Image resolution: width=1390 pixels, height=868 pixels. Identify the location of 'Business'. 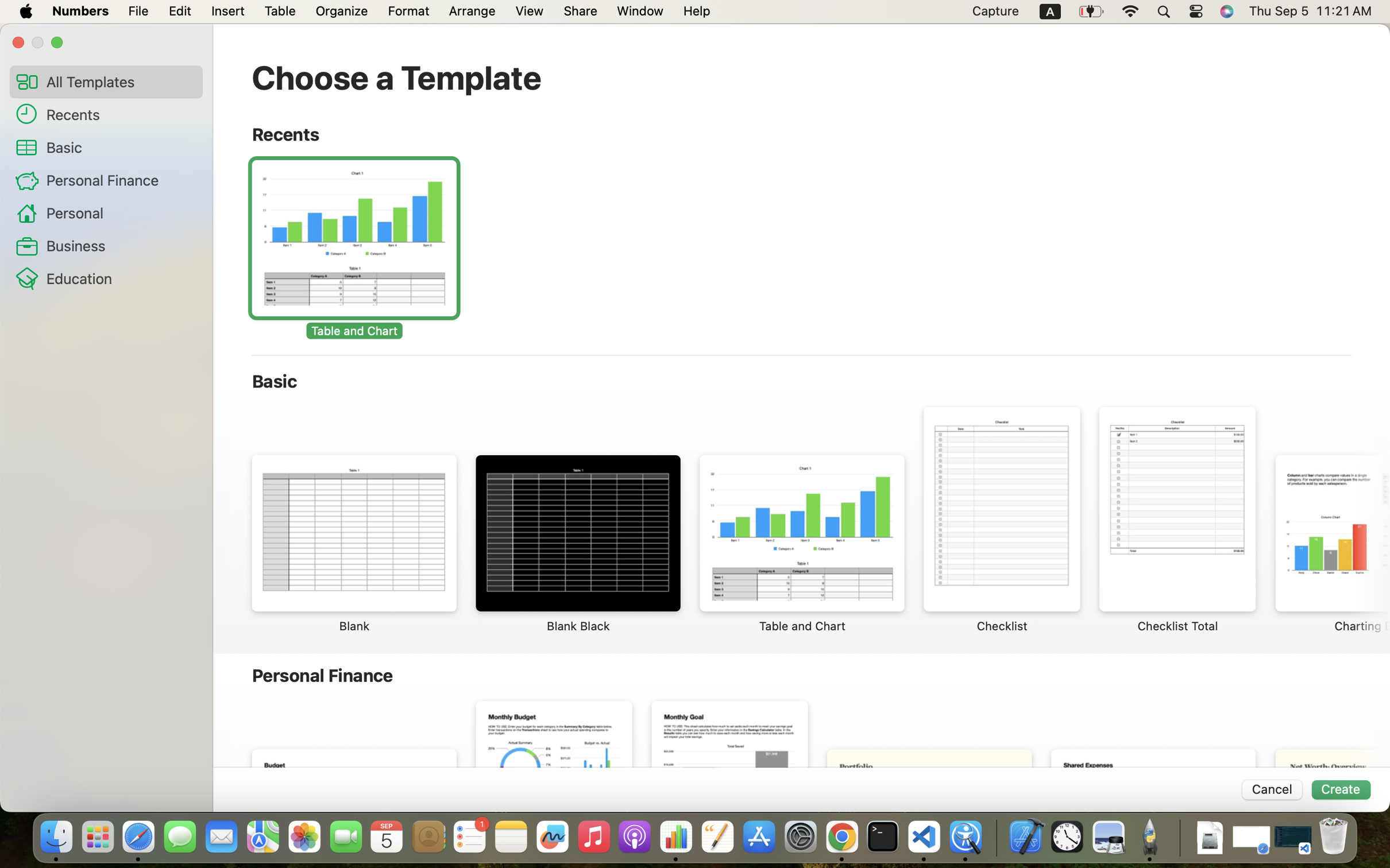
(119, 245).